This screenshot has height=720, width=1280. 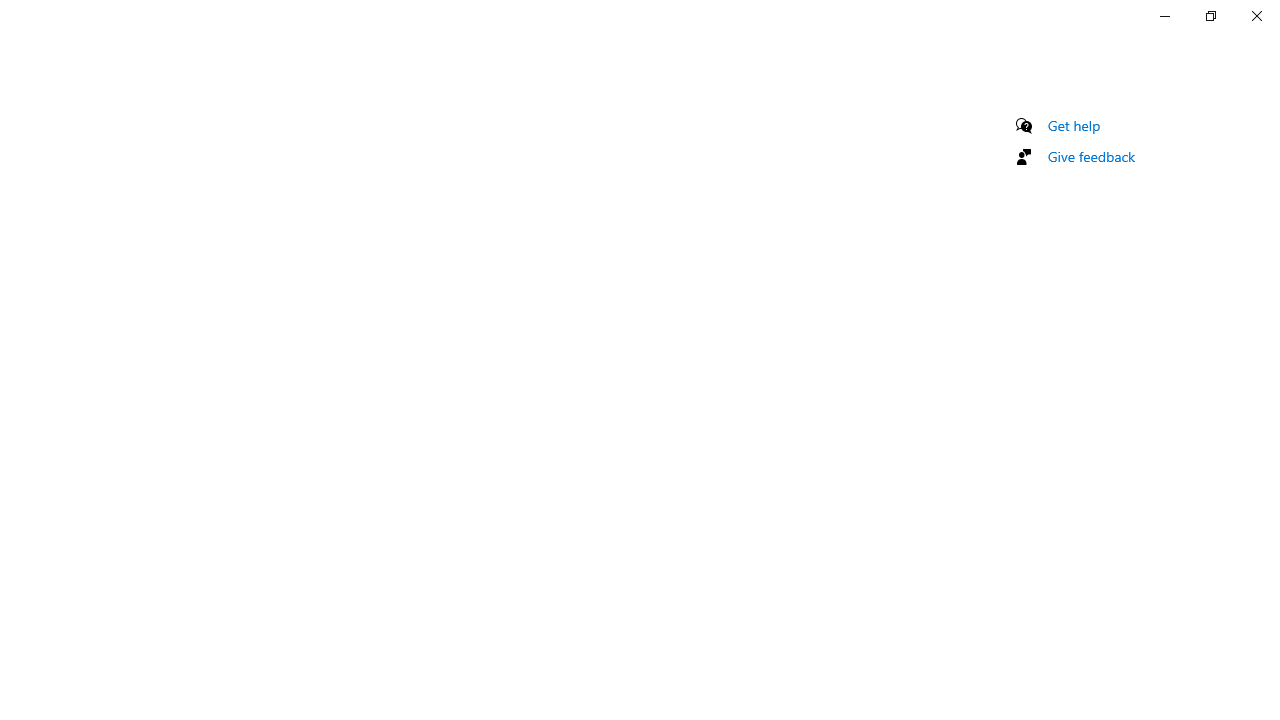 What do you see at coordinates (1090, 155) in the screenshot?
I see `'Give feedback'` at bounding box center [1090, 155].